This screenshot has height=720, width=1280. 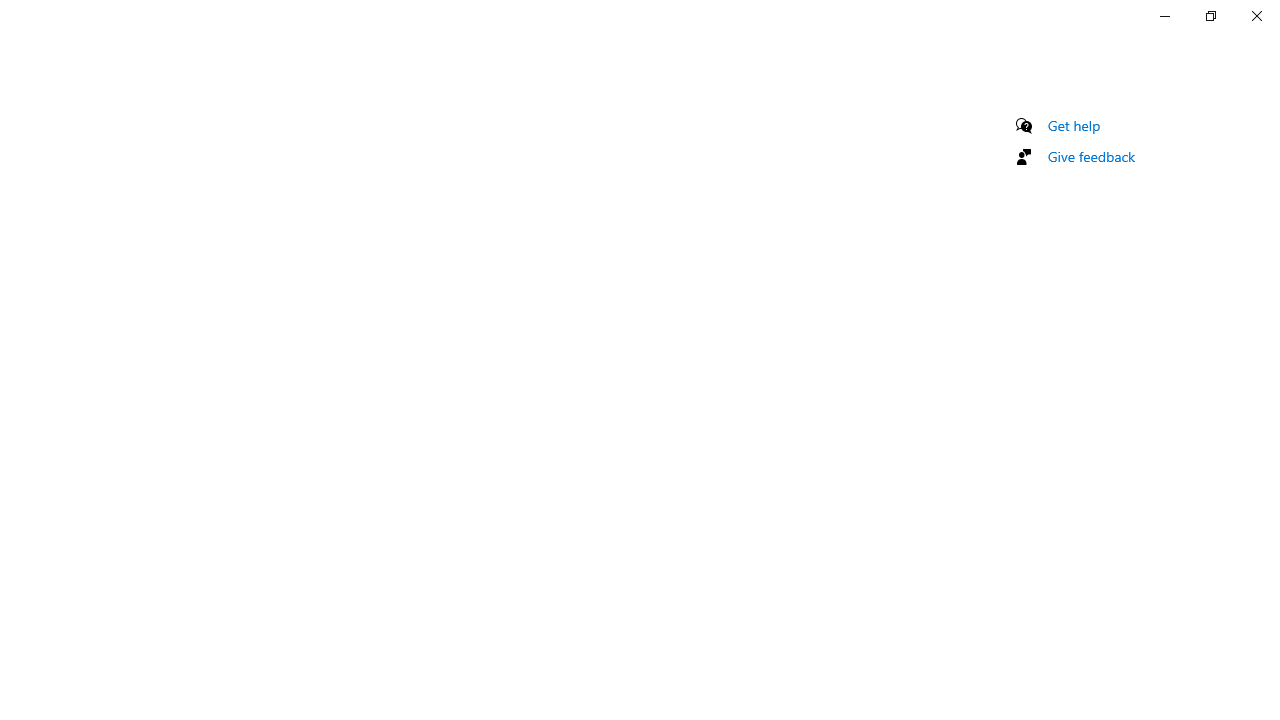 What do you see at coordinates (1090, 155) in the screenshot?
I see `'Give feedback'` at bounding box center [1090, 155].